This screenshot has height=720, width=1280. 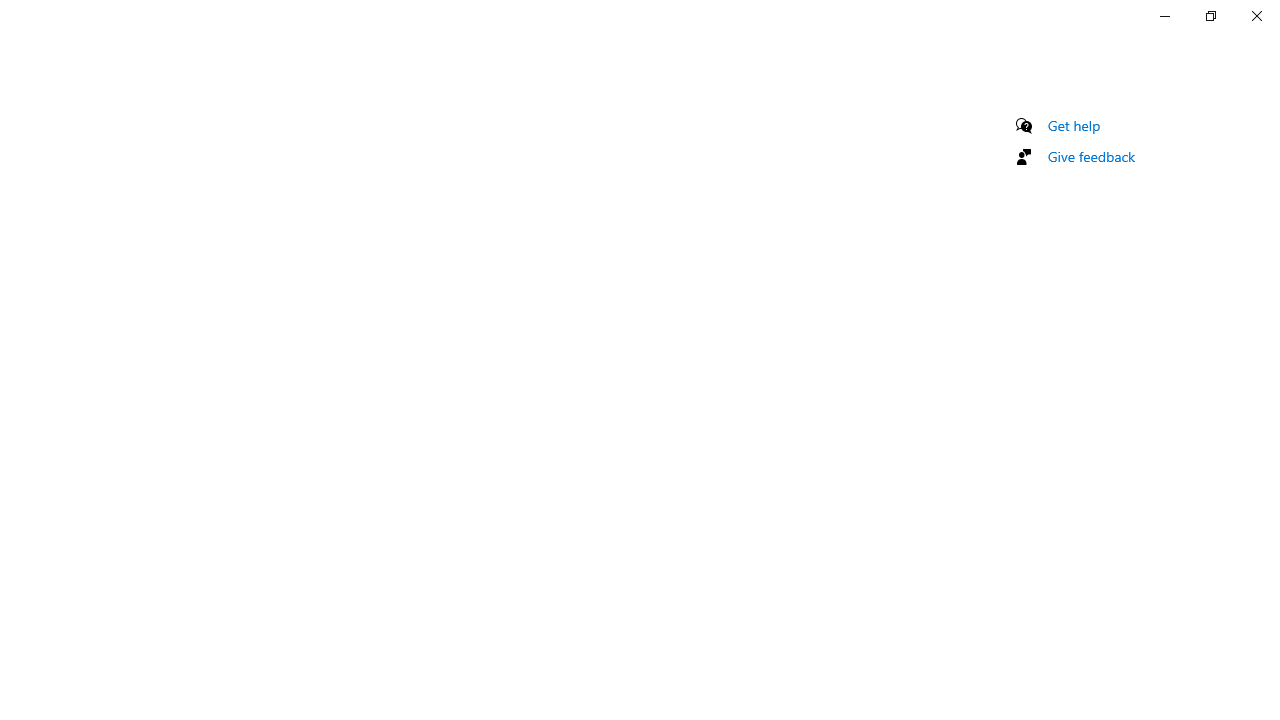 What do you see at coordinates (1090, 155) in the screenshot?
I see `'Give feedback'` at bounding box center [1090, 155].